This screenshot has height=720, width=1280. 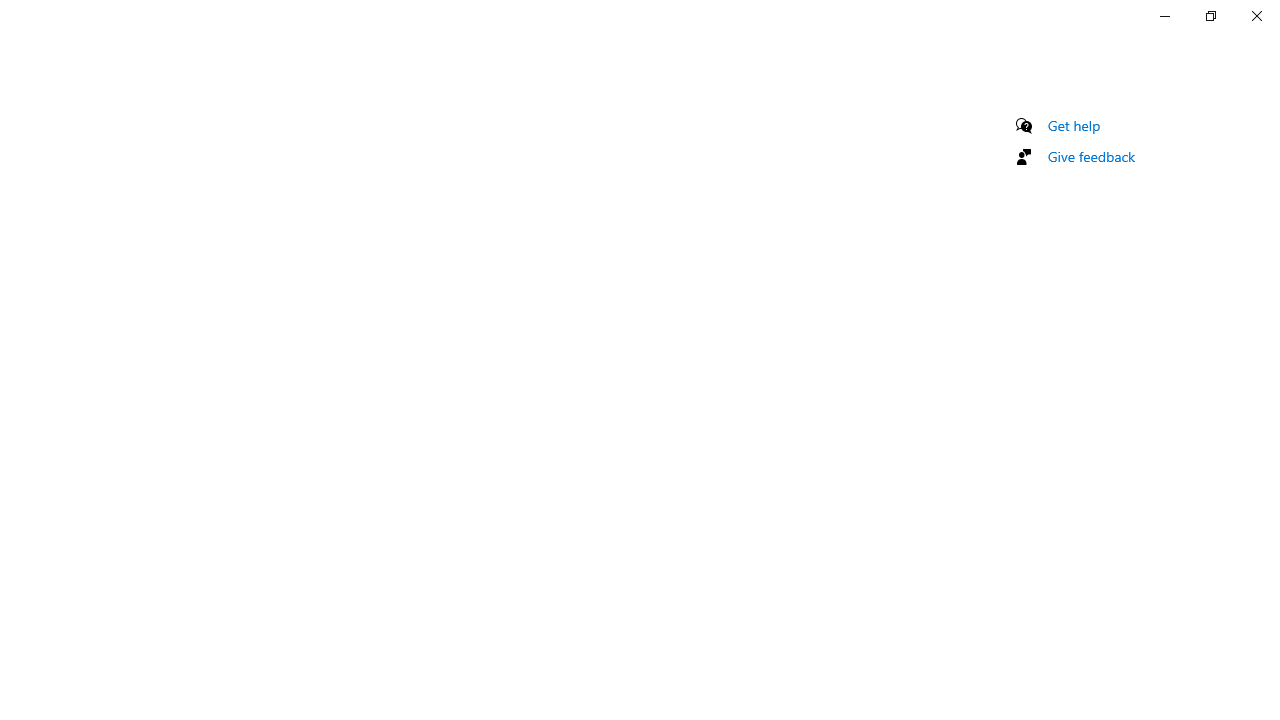 What do you see at coordinates (1090, 155) in the screenshot?
I see `'Give feedback'` at bounding box center [1090, 155].